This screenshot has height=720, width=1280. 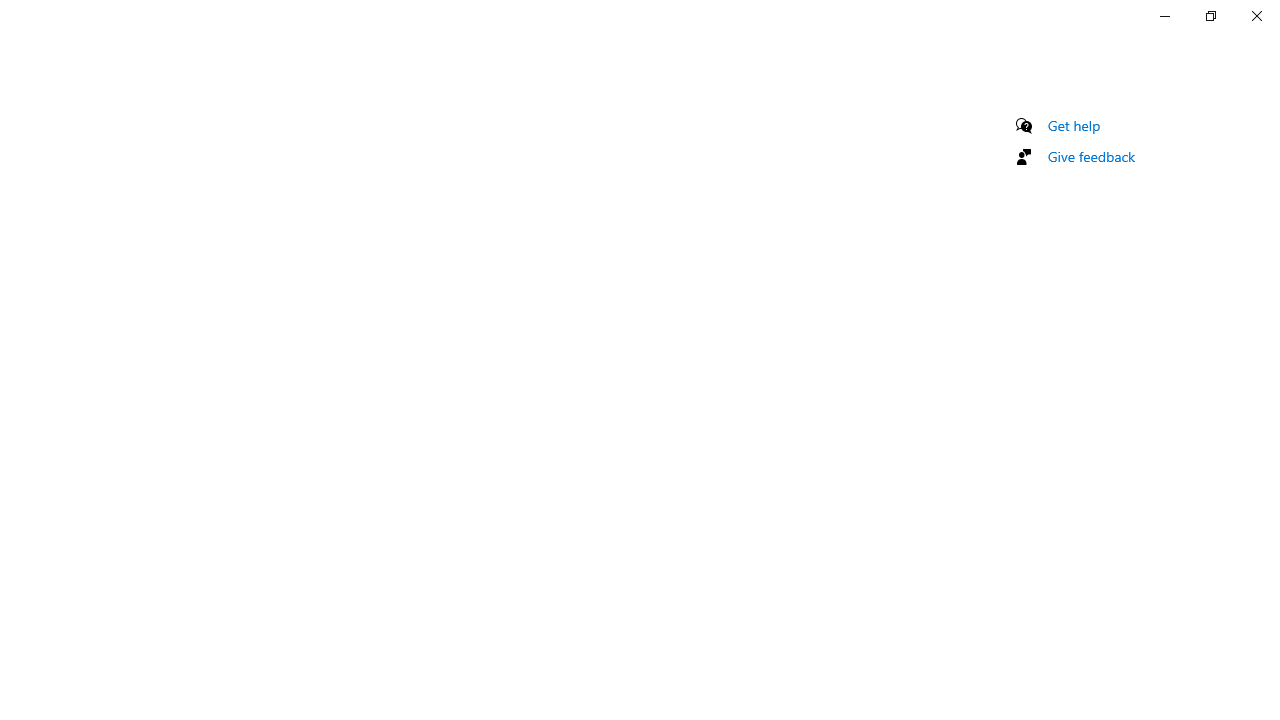 What do you see at coordinates (1090, 155) in the screenshot?
I see `'Give feedback'` at bounding box center [1090, 155].